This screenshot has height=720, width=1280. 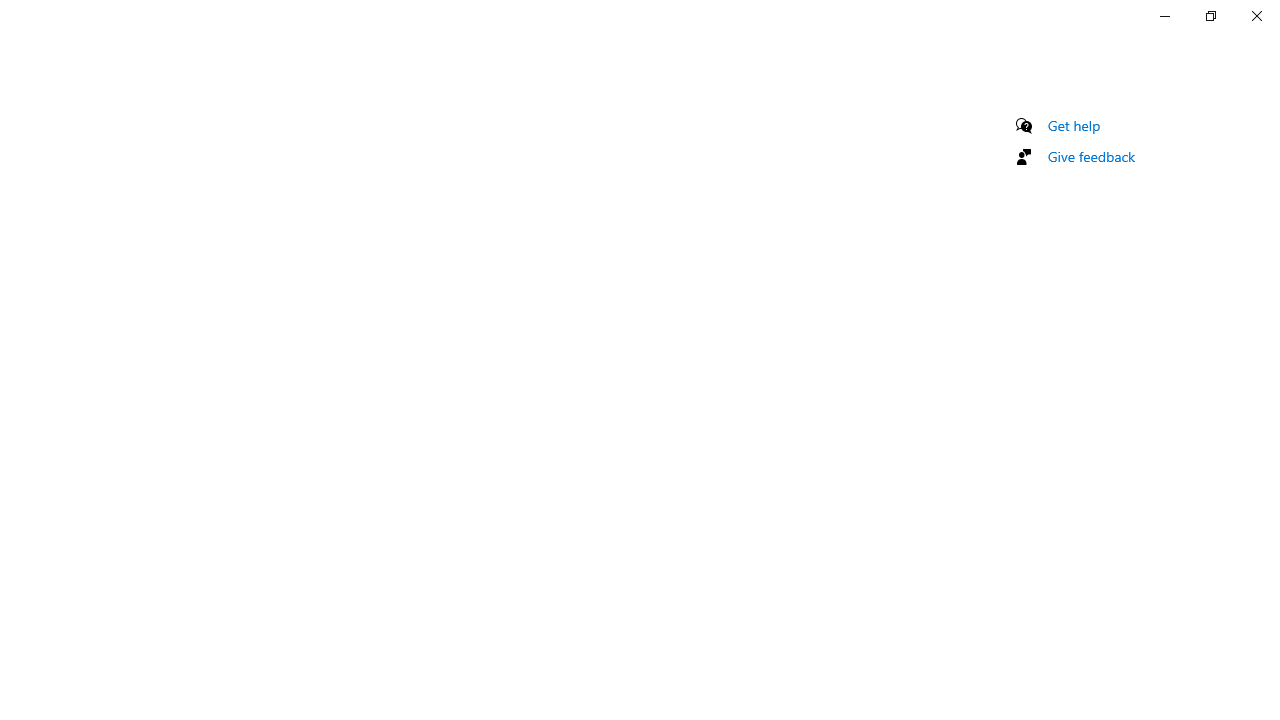 What do you see at coordinates (1090, 155) in the screenshot?
I see `'Give feedback'` at bounding box center [1090, 155].